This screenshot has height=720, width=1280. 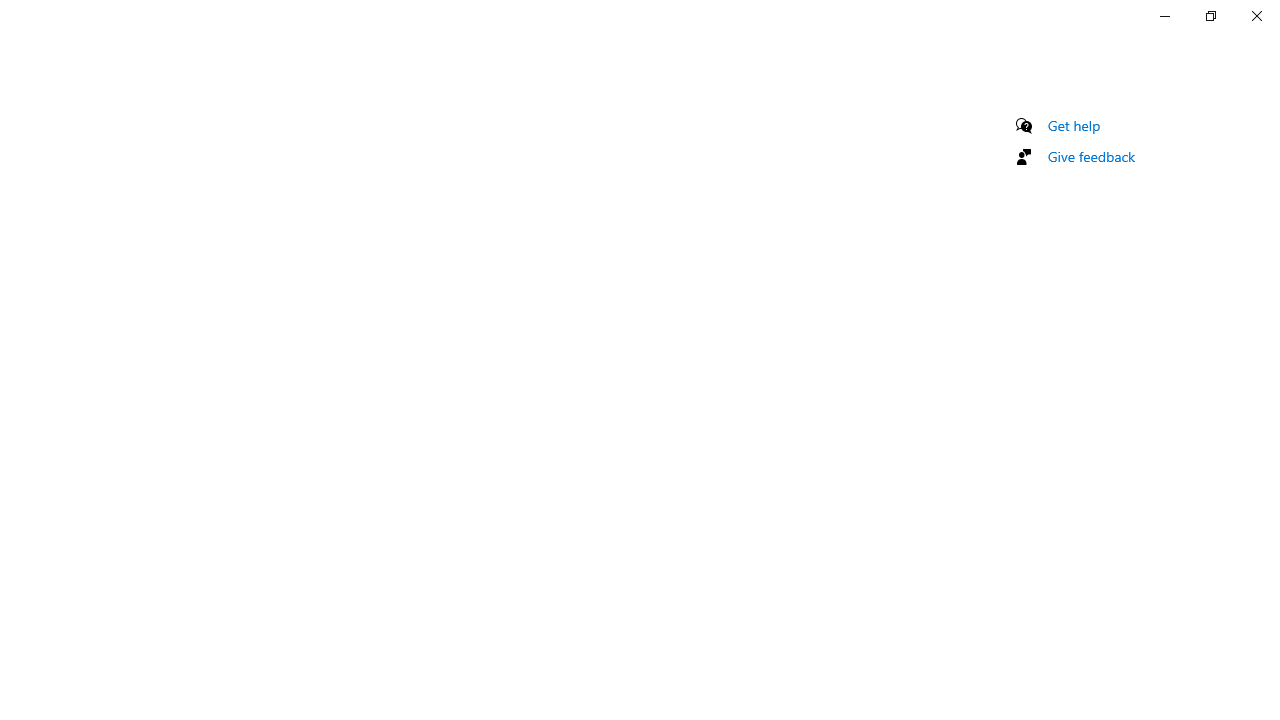 What do you see at coordinates (1090, 155) in the screenshot?
I see `'Give feedback'` at bounding box center [1090, 155].